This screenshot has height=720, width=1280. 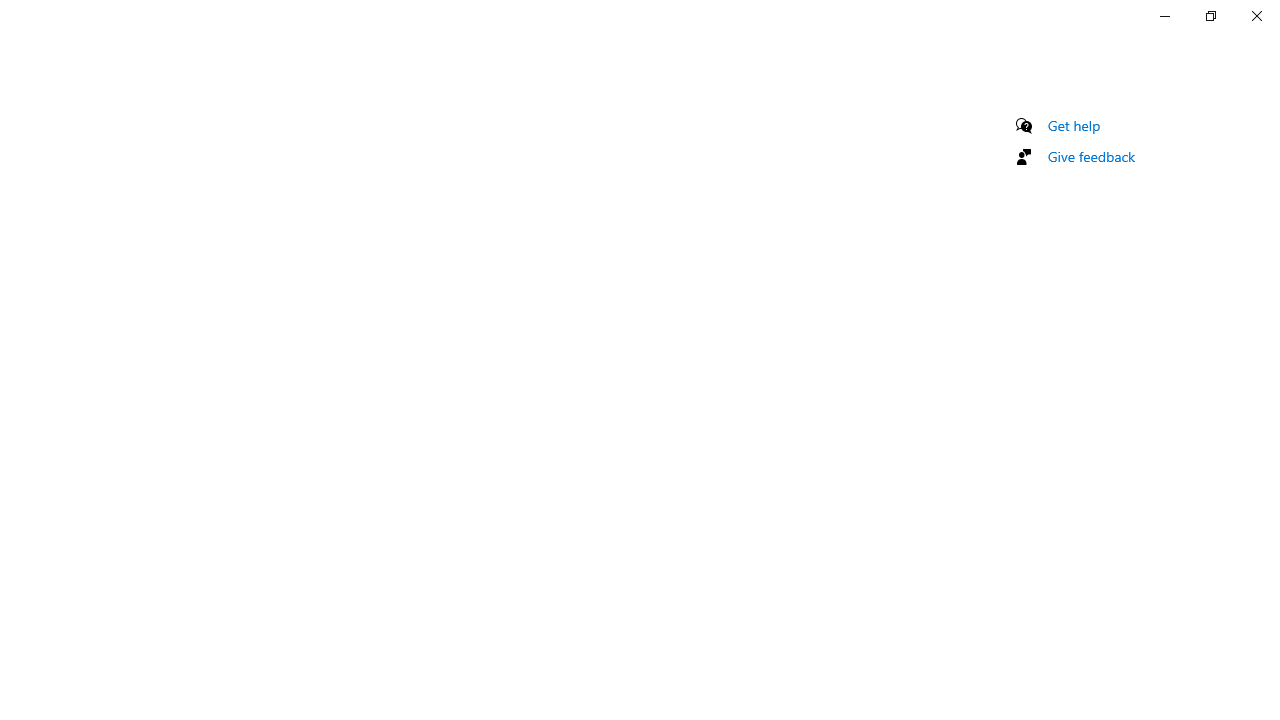 What do you see at coordinates (1090, 155) in the screenshot?
I see `'Give feedback'` at bounding box center [1090, 155].